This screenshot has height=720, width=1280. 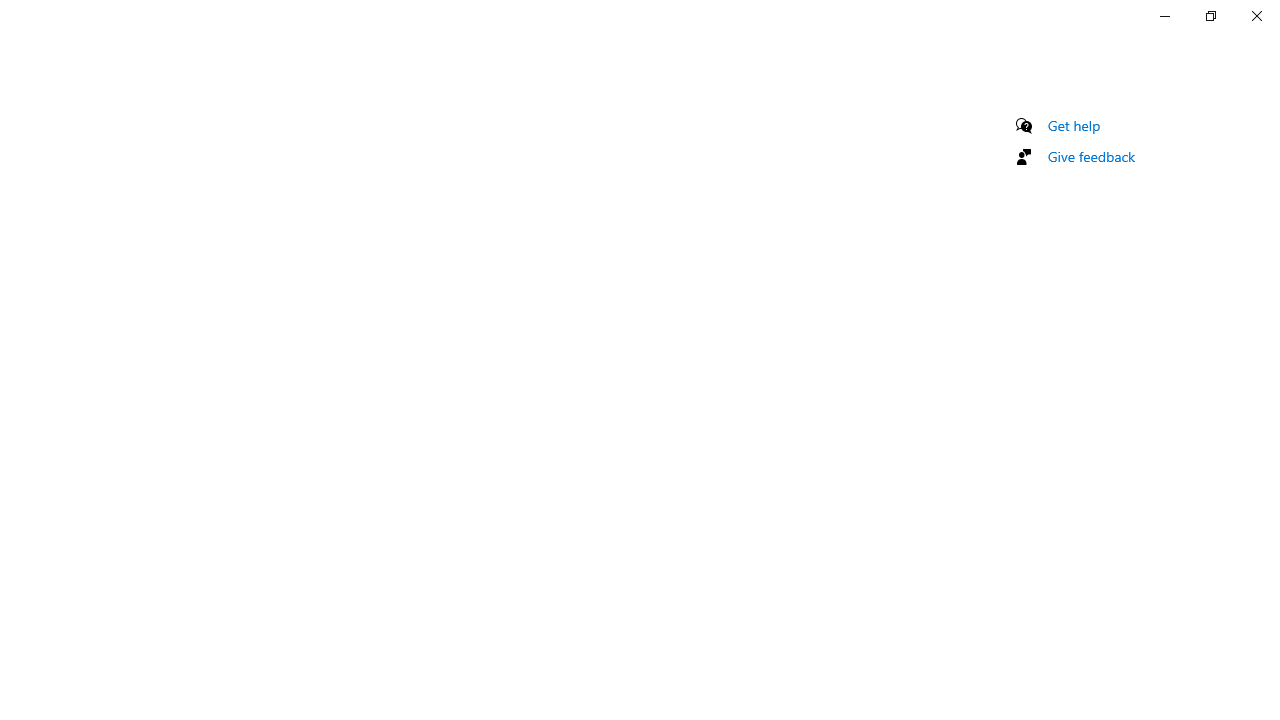 What do you see at coordinates (1090, 155) in the screenshot?
I see `'Give feedback'` at bounding box center [1090, 155].